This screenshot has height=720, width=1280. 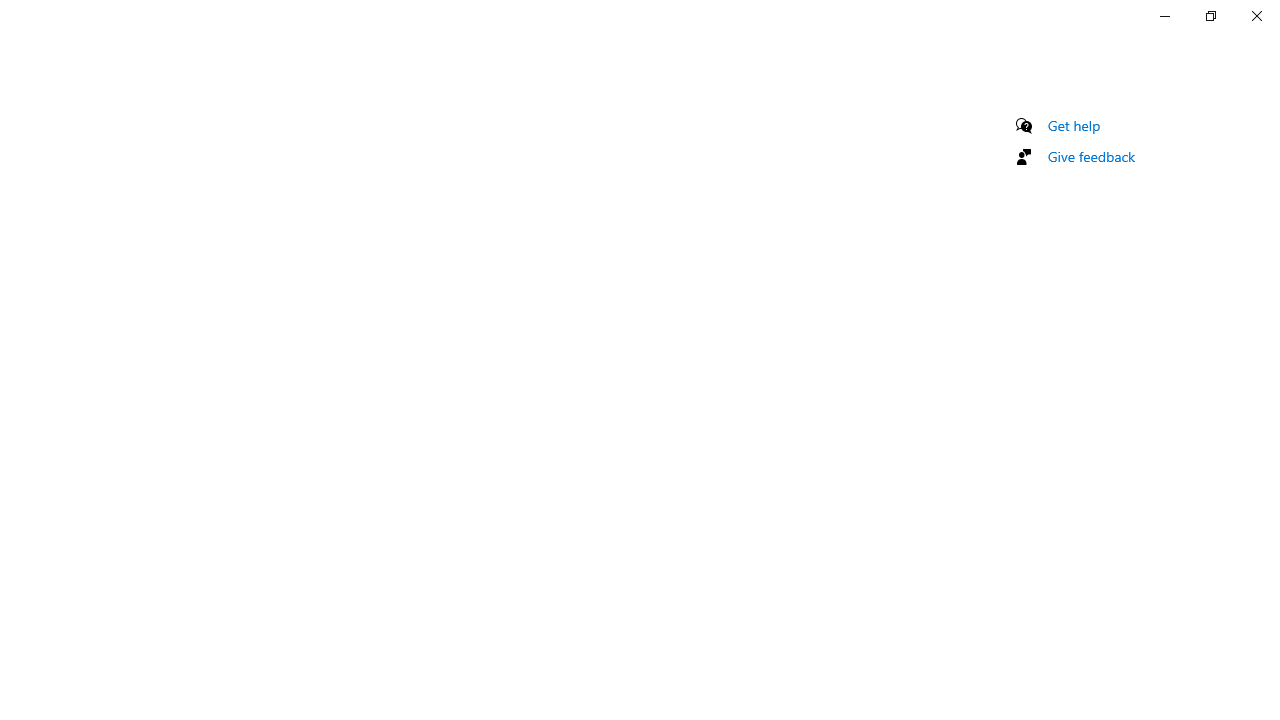 What do you see at coordinates (1090, 155) in the screenshot?
I see `'Give feedback'` at bounding box center [1090, 155].